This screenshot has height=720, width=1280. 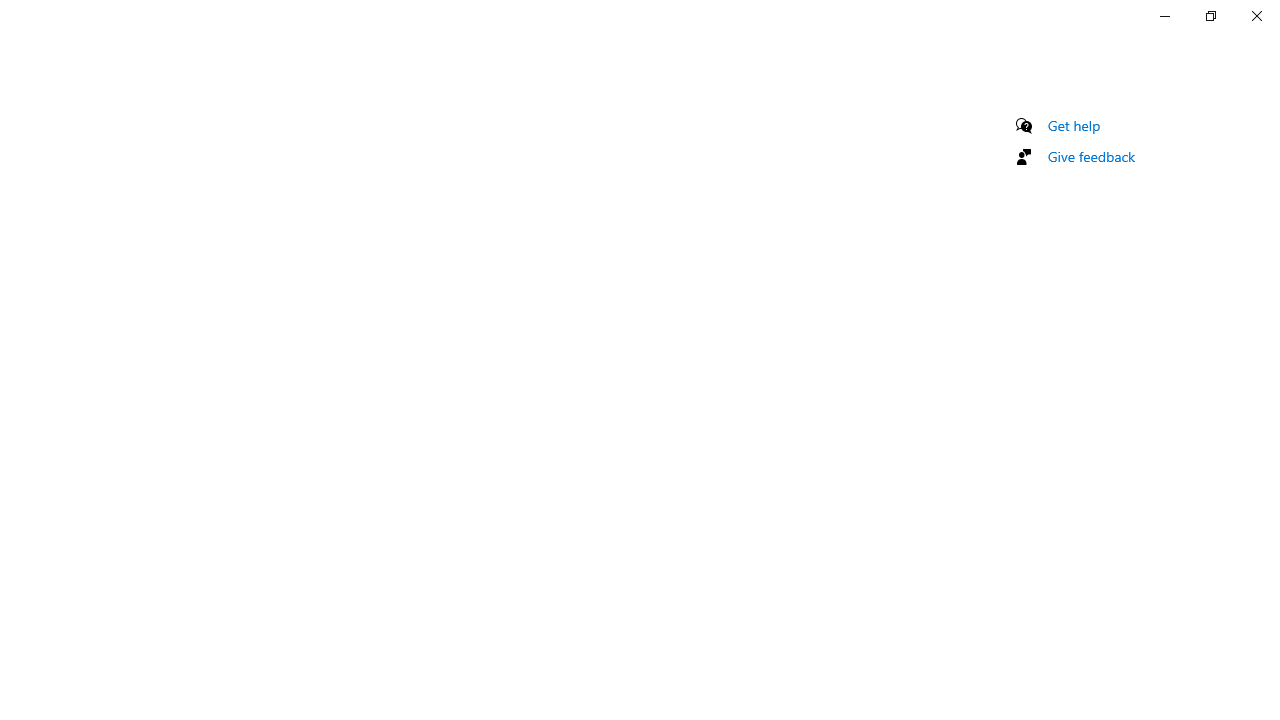 What do you see at coordinates (1090, 155) in the screenshot?
I see `'Give feedback'` at bounding box center [1090, 155].